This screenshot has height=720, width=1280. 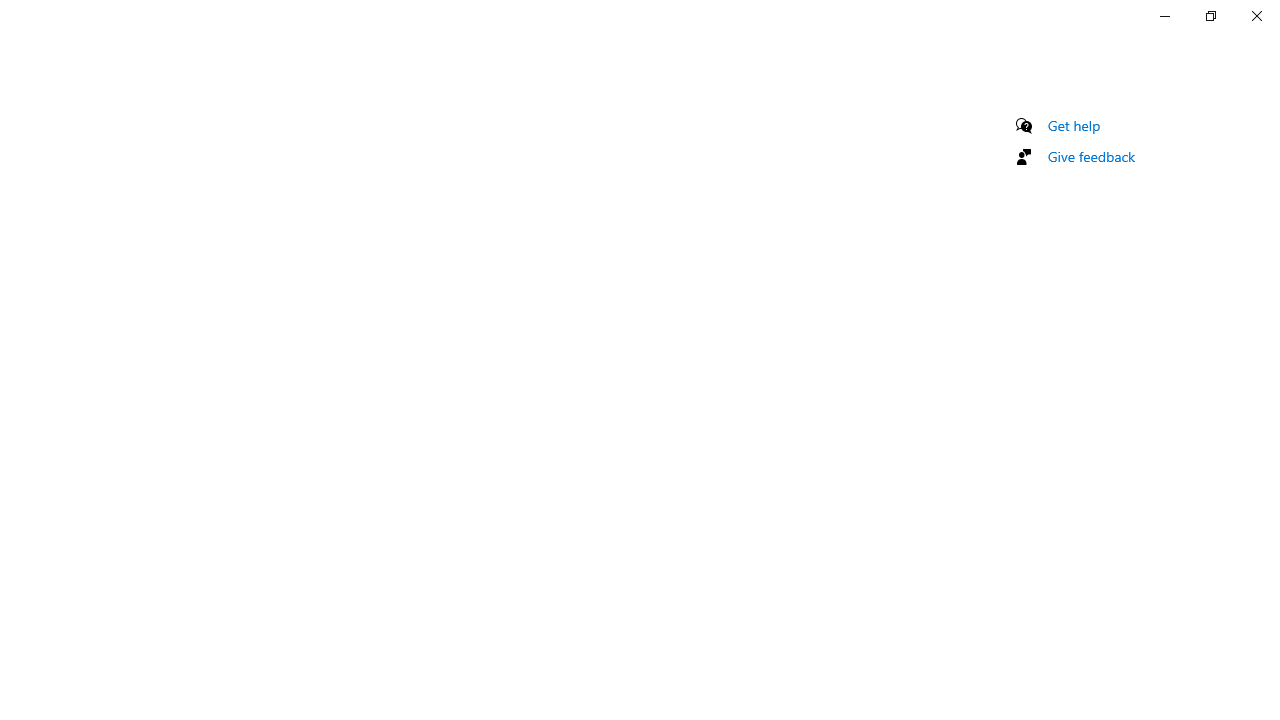 What do you see at coordinates (1090, 155) in the screenshot?
I see `'Give feedback'` at bounding box center [1090, 155].